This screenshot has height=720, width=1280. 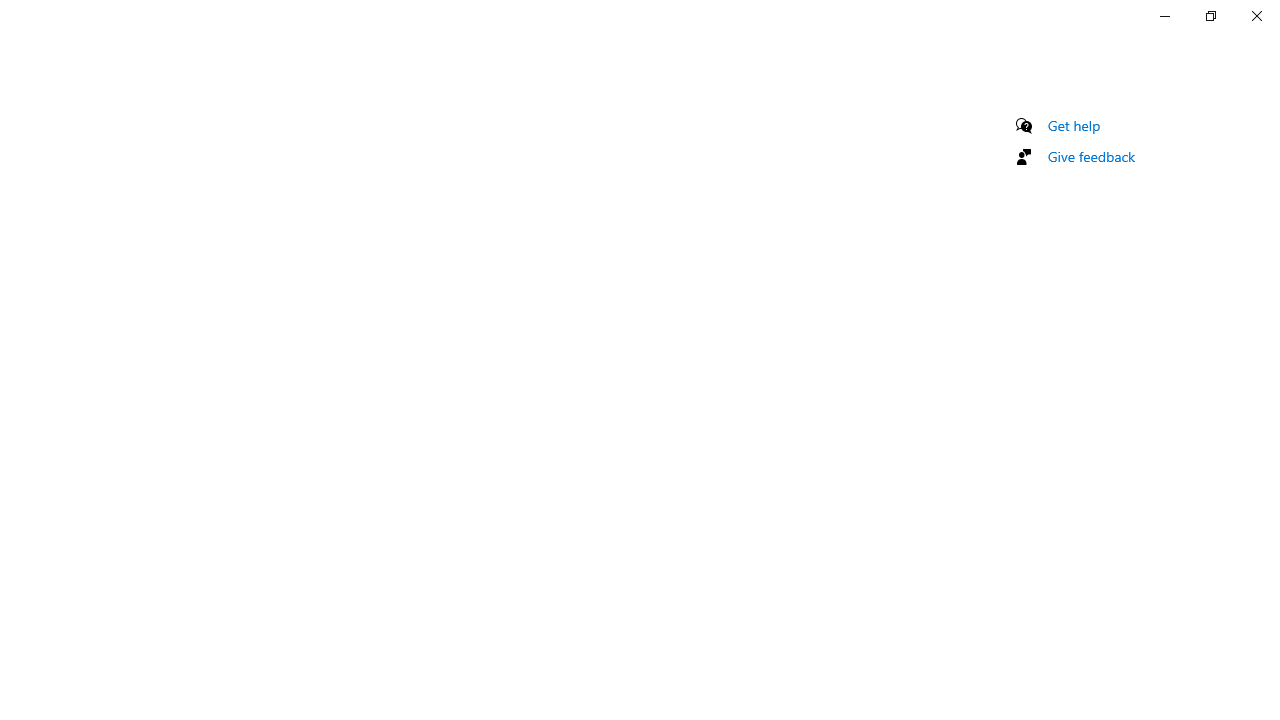 What do you see at coordinates (1090, 155) in the screenshot?
I see `'Give feedback'` at bounding box center [1090, 155].